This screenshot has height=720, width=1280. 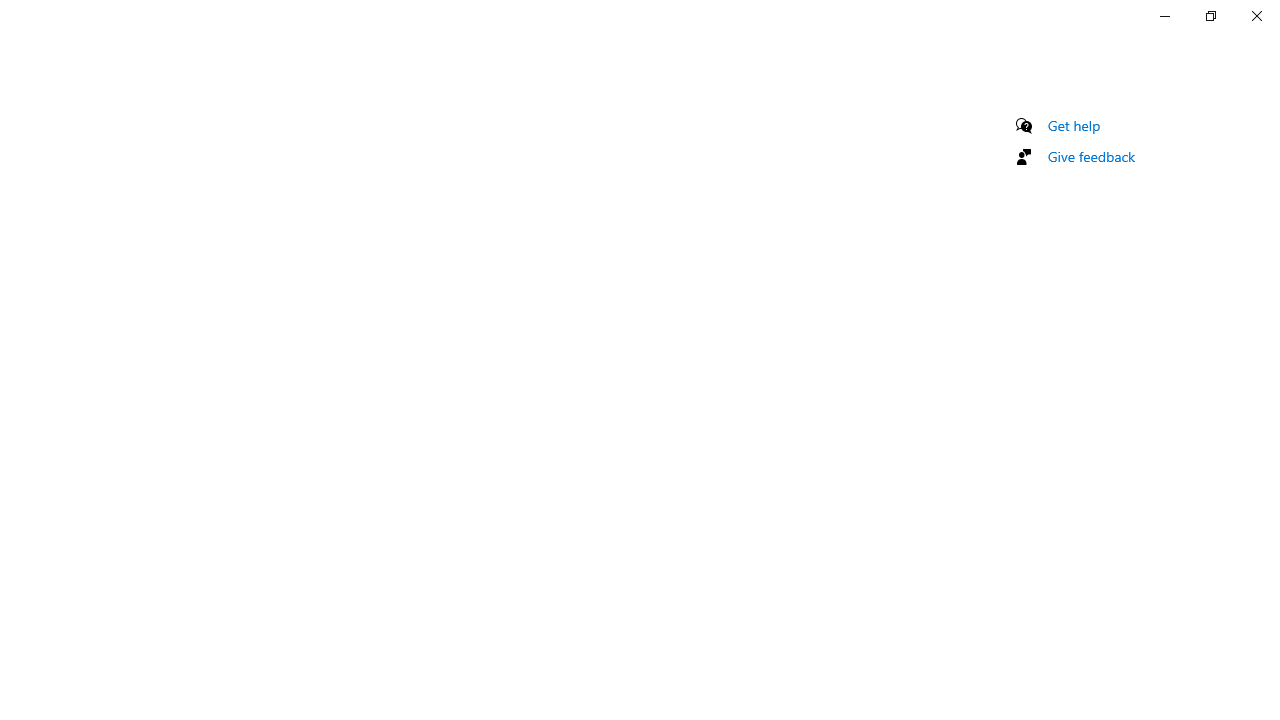 What do you see at coordinates (1090, 155) in the screenshot?
I see `'Give feedback'` at bounding box center [1090, 155].